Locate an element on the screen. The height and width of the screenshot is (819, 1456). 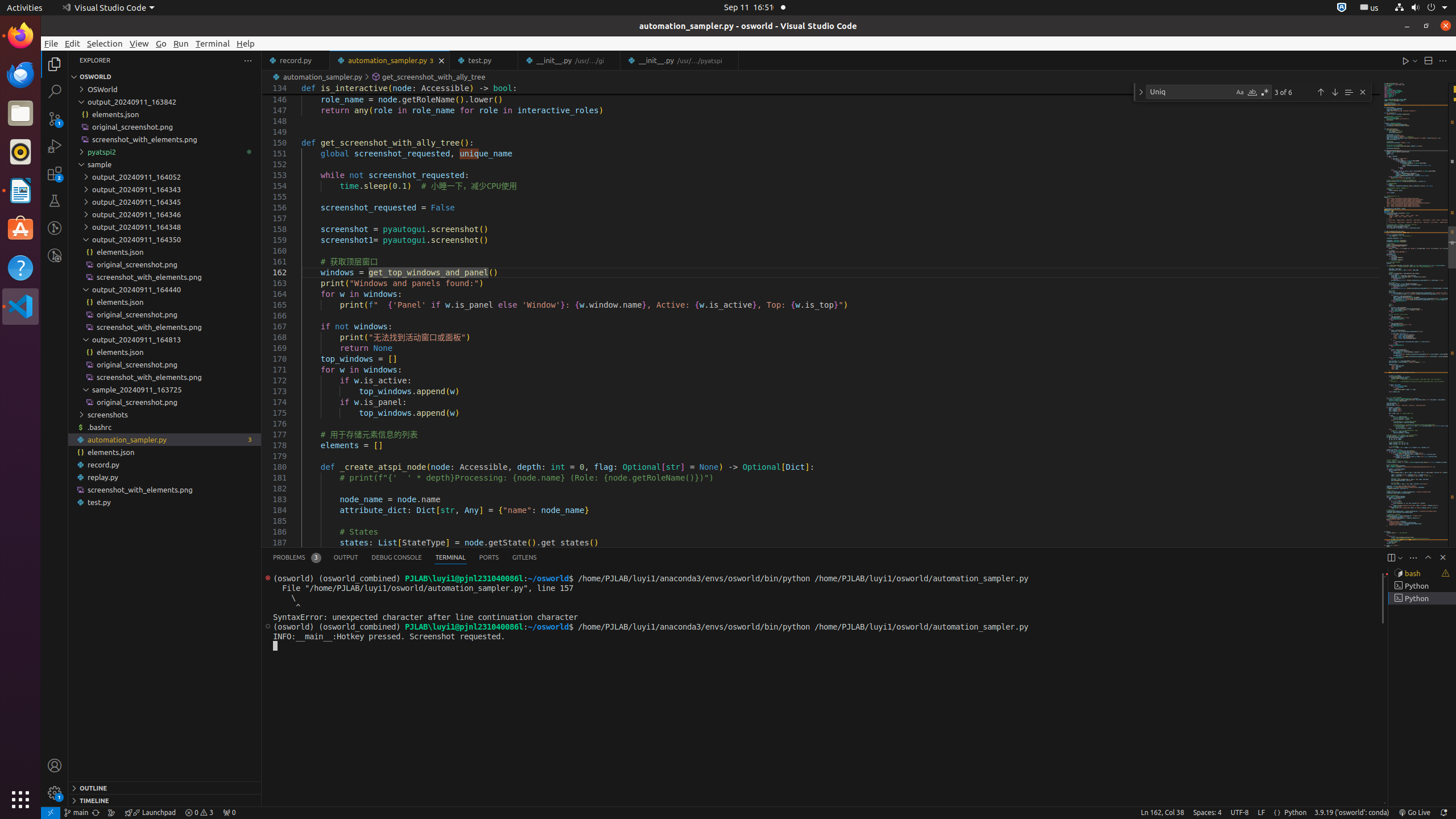
'replay.py' is located at coordinates (164, 477).